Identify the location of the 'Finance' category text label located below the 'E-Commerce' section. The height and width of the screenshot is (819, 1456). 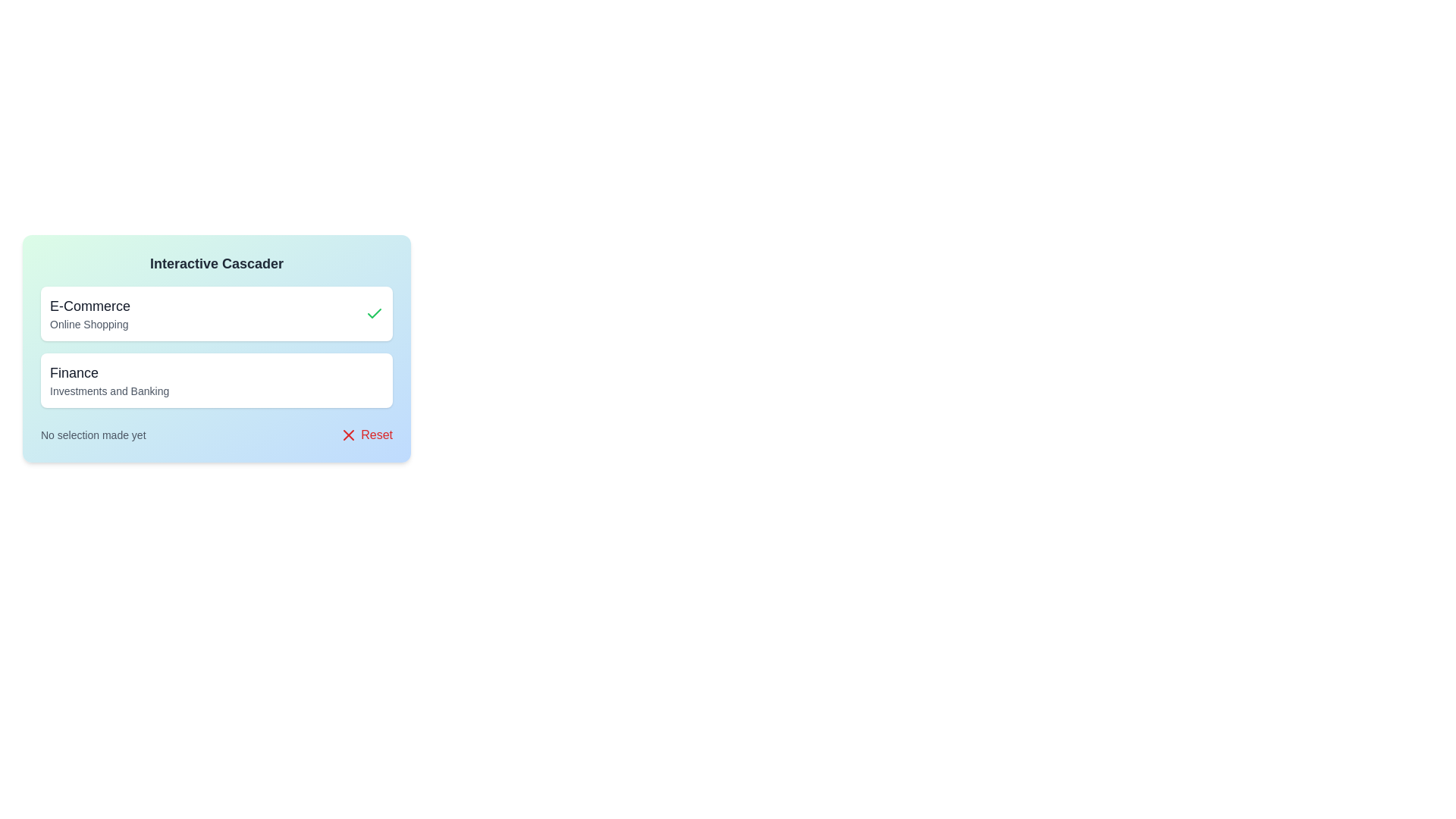
(108, 379).